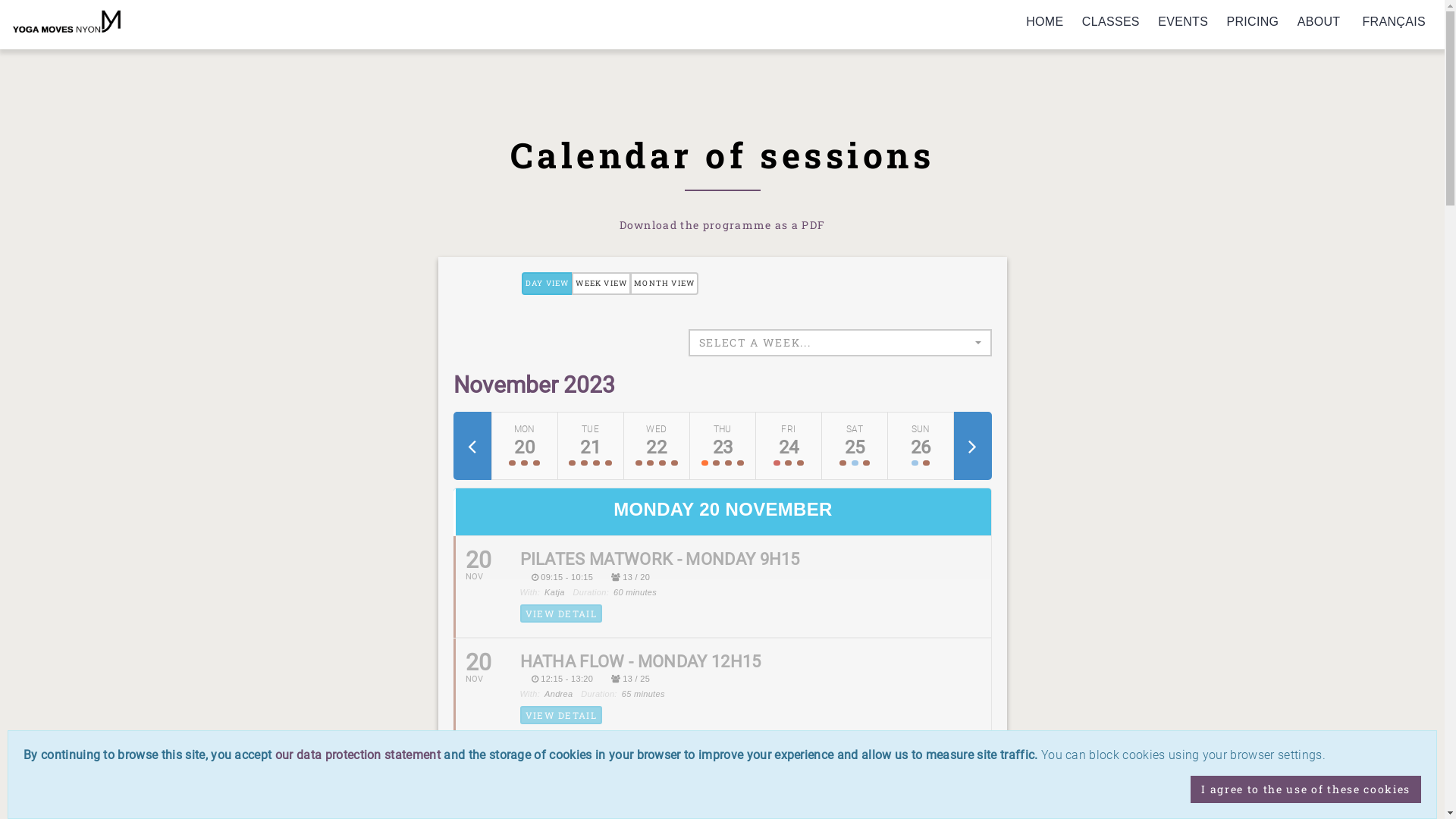  What do you see at coordinates (546, 284) in the screenshot?
I see `'DAY VIEW'` at bounding box center [546, 284].